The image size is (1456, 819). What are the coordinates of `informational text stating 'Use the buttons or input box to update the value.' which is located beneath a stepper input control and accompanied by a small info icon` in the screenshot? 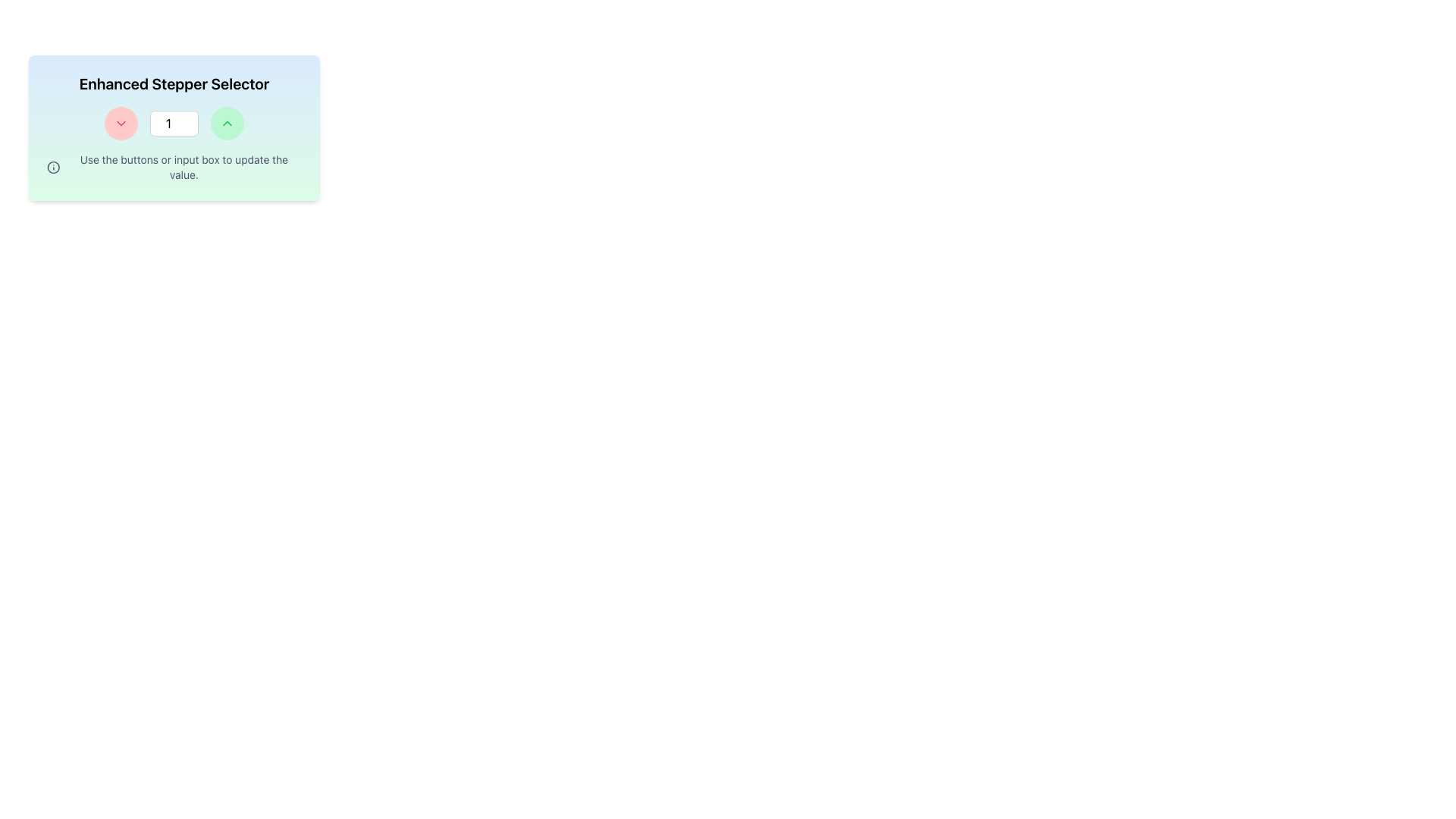 It's located at (174, 167).